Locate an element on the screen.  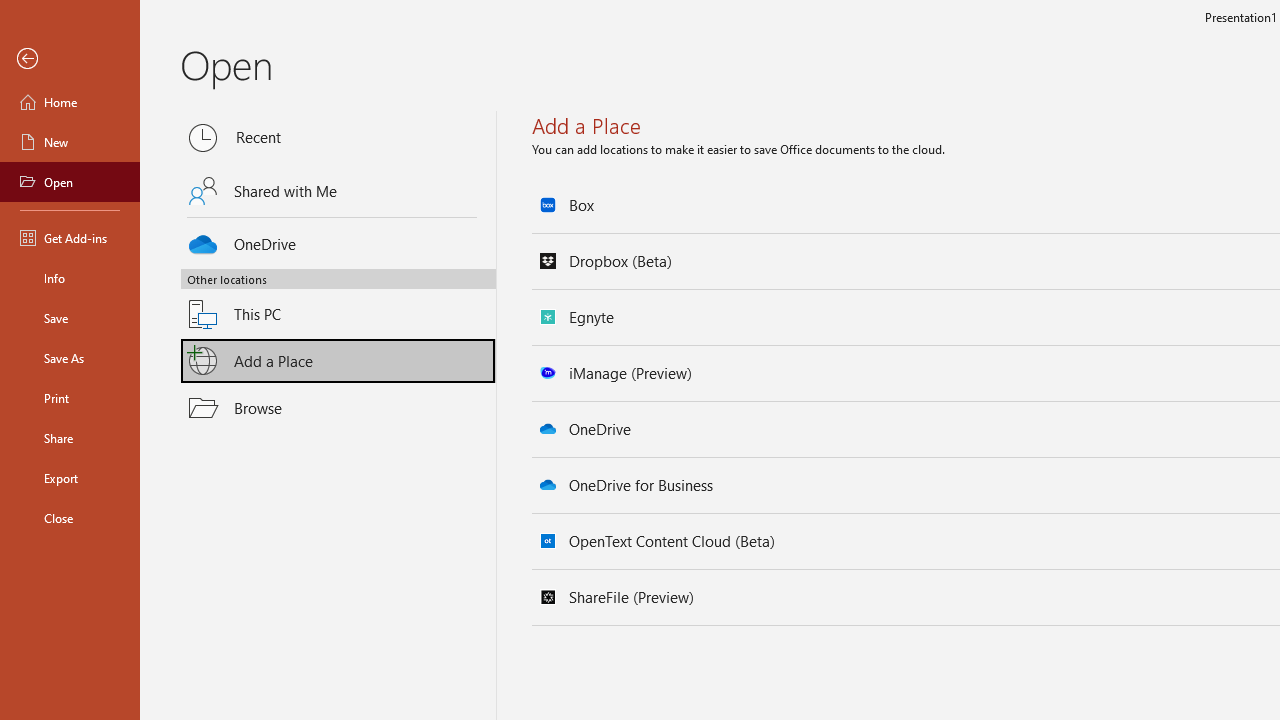
'Info' is located at coordinates (69, 277).